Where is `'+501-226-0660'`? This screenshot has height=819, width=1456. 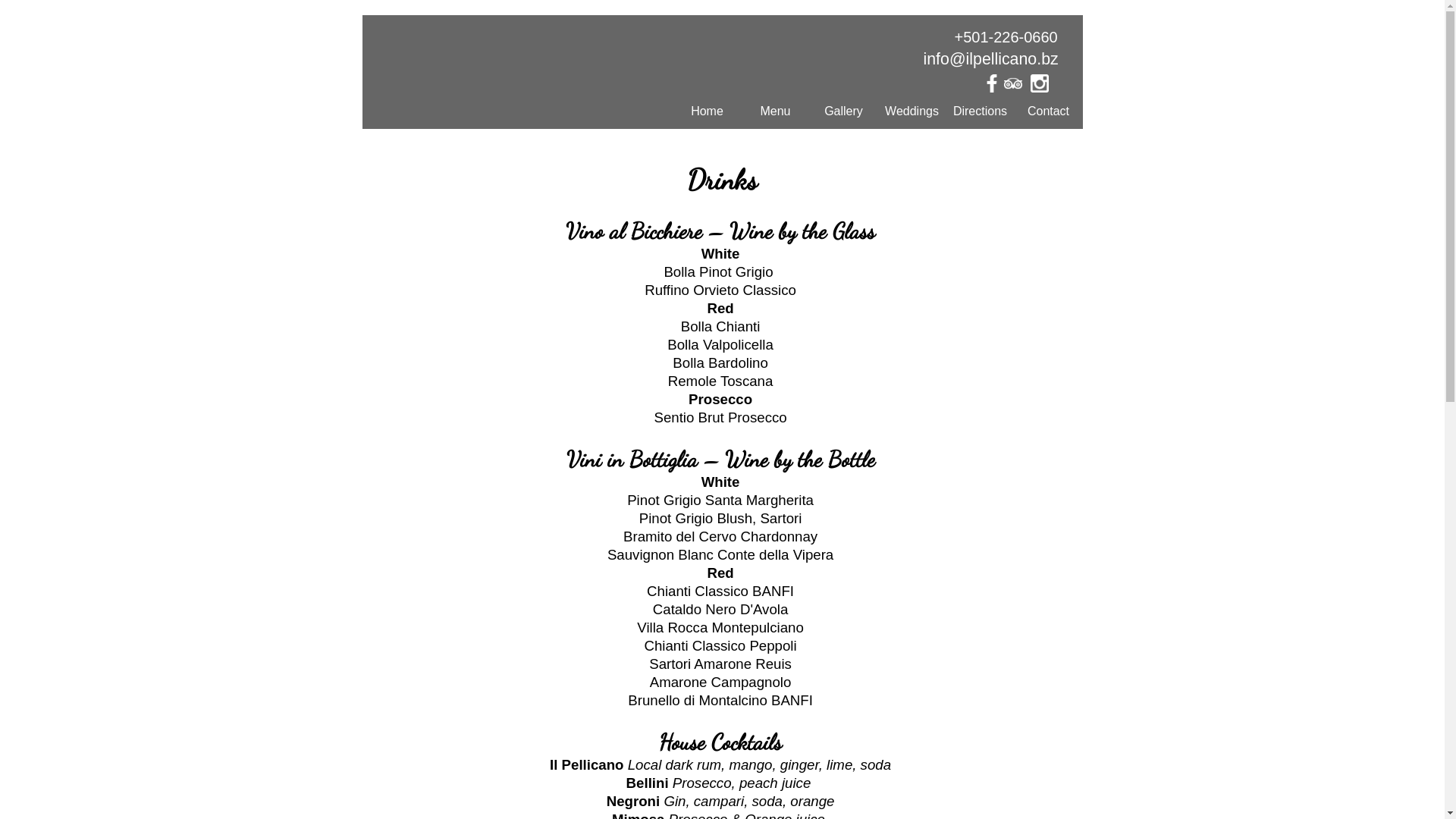 '+501-226-0660' is located at coordinates (1005, 36).